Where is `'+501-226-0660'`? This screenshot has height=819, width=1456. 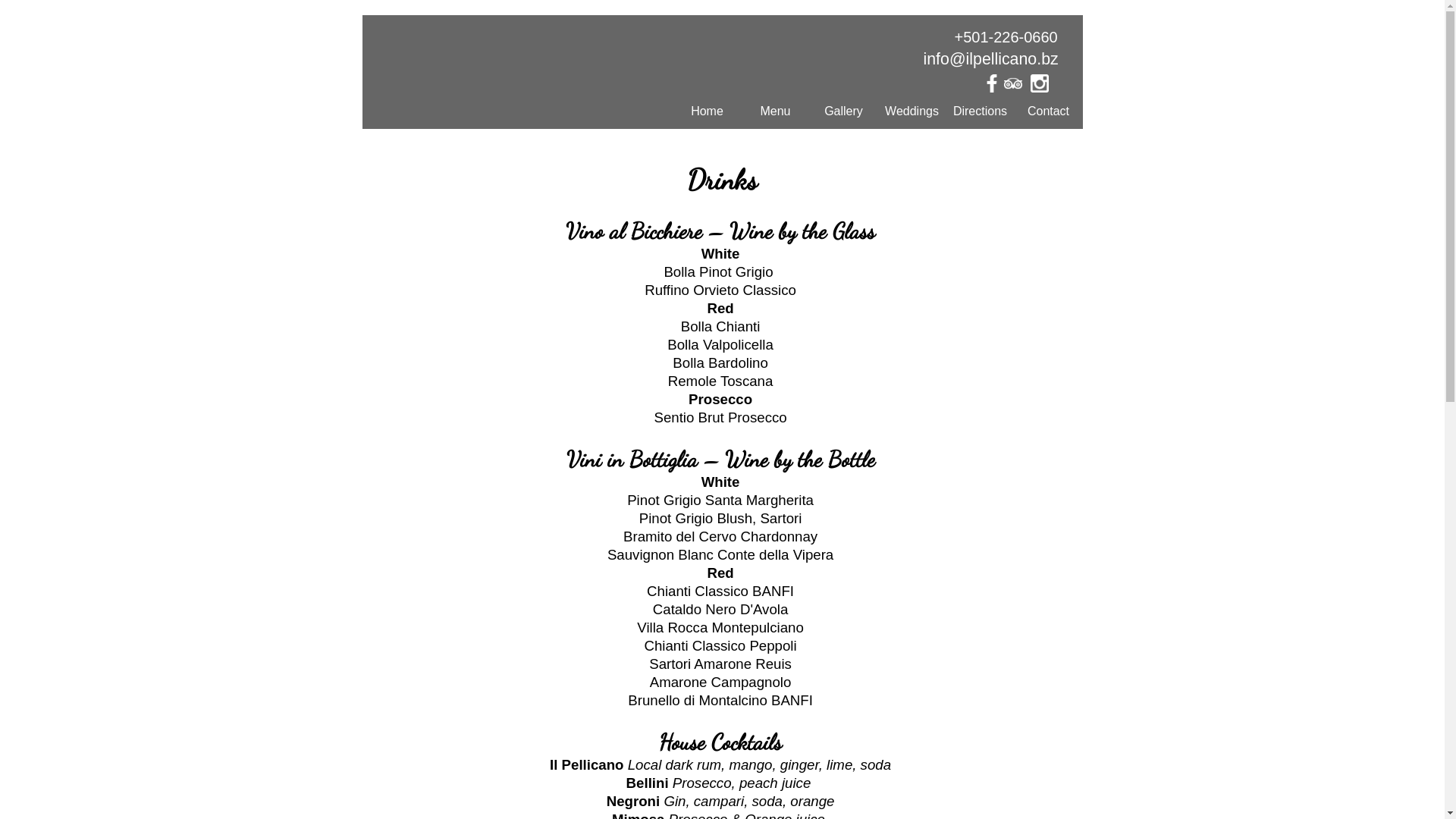 '+501-226-0660' is located at coordinates (1005, 36).